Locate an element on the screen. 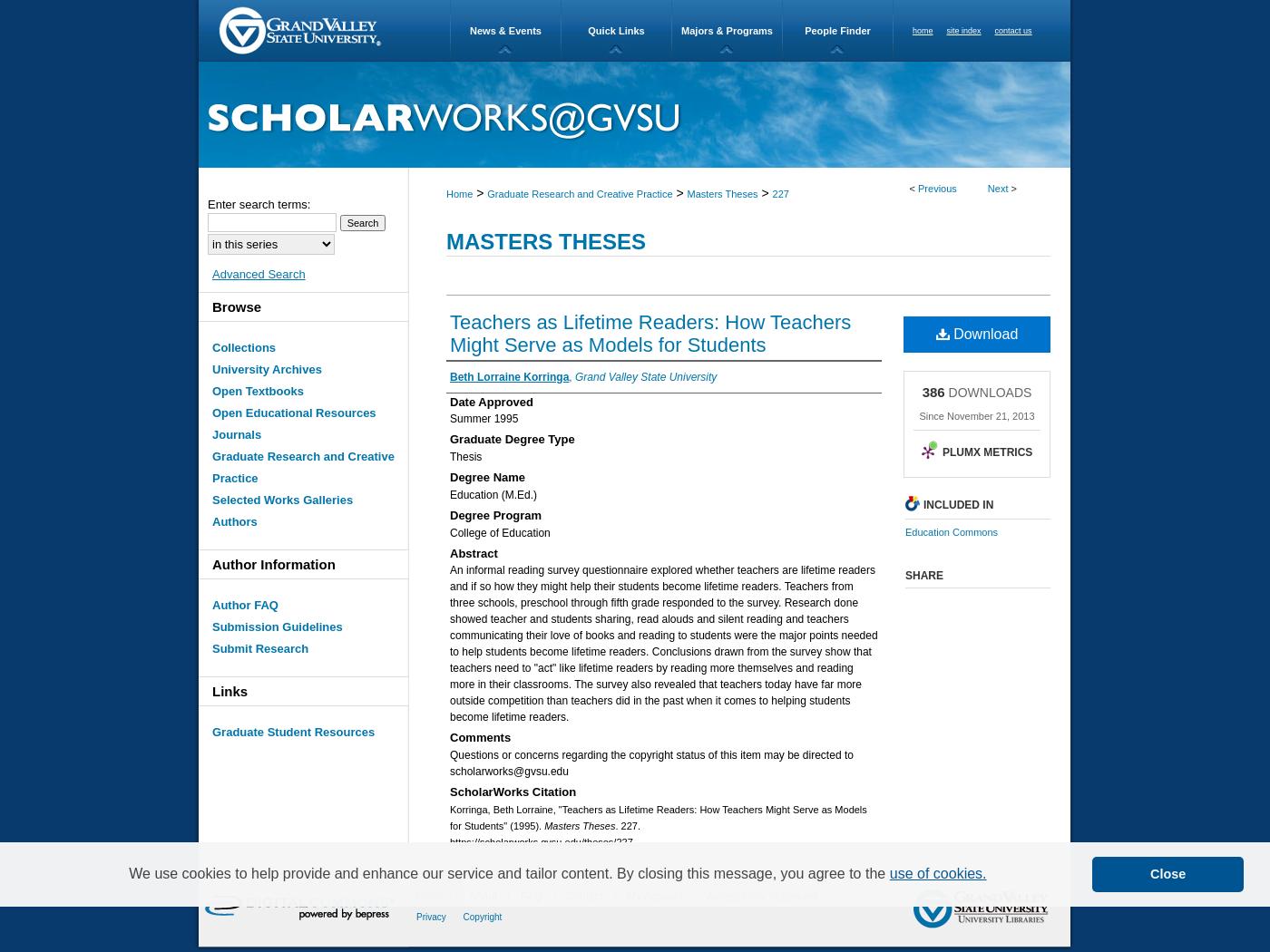 The width and height of the screenshot is (1270, 952). 'Links' is located at coordinates (230, 690).